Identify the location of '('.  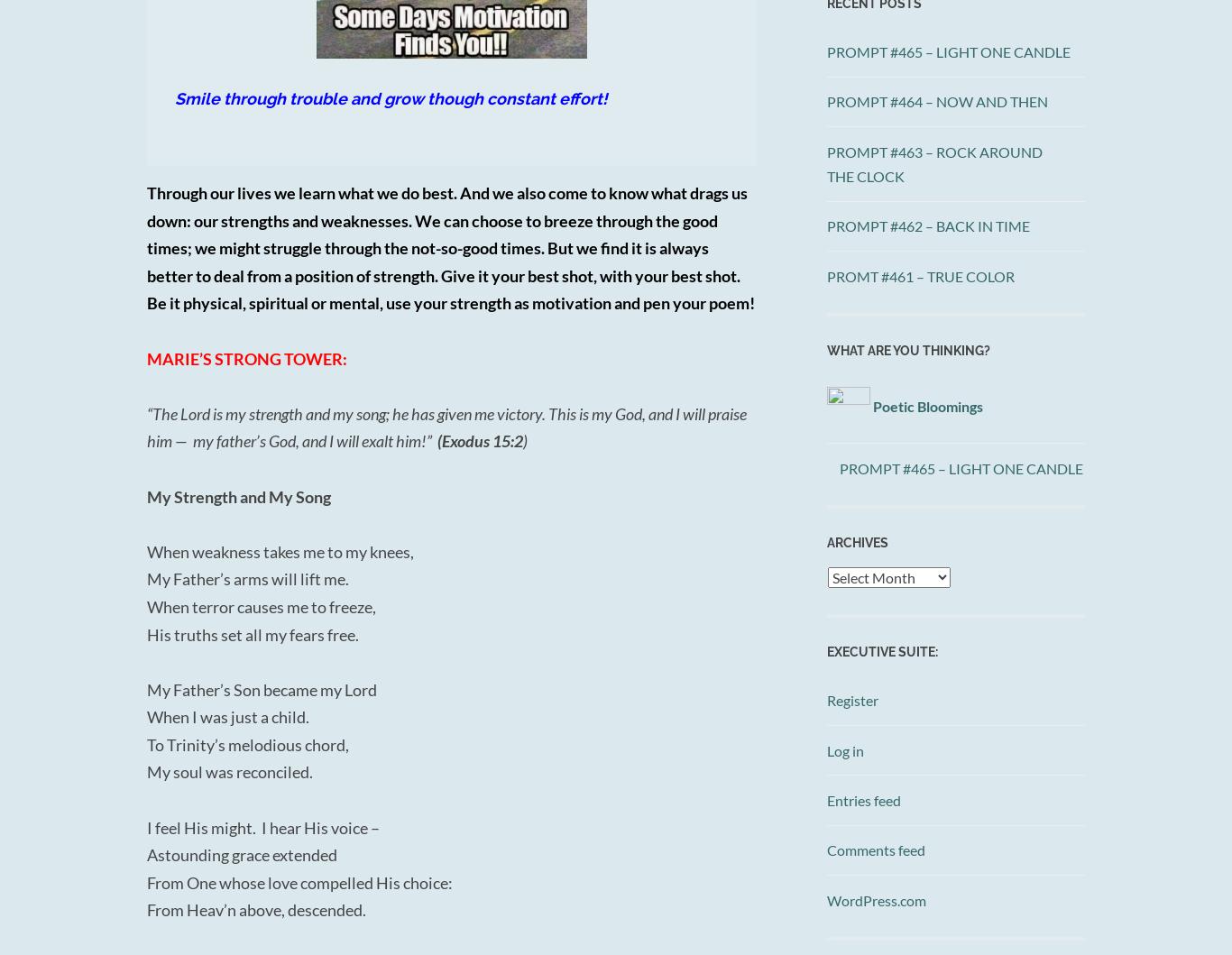
(435, 441).